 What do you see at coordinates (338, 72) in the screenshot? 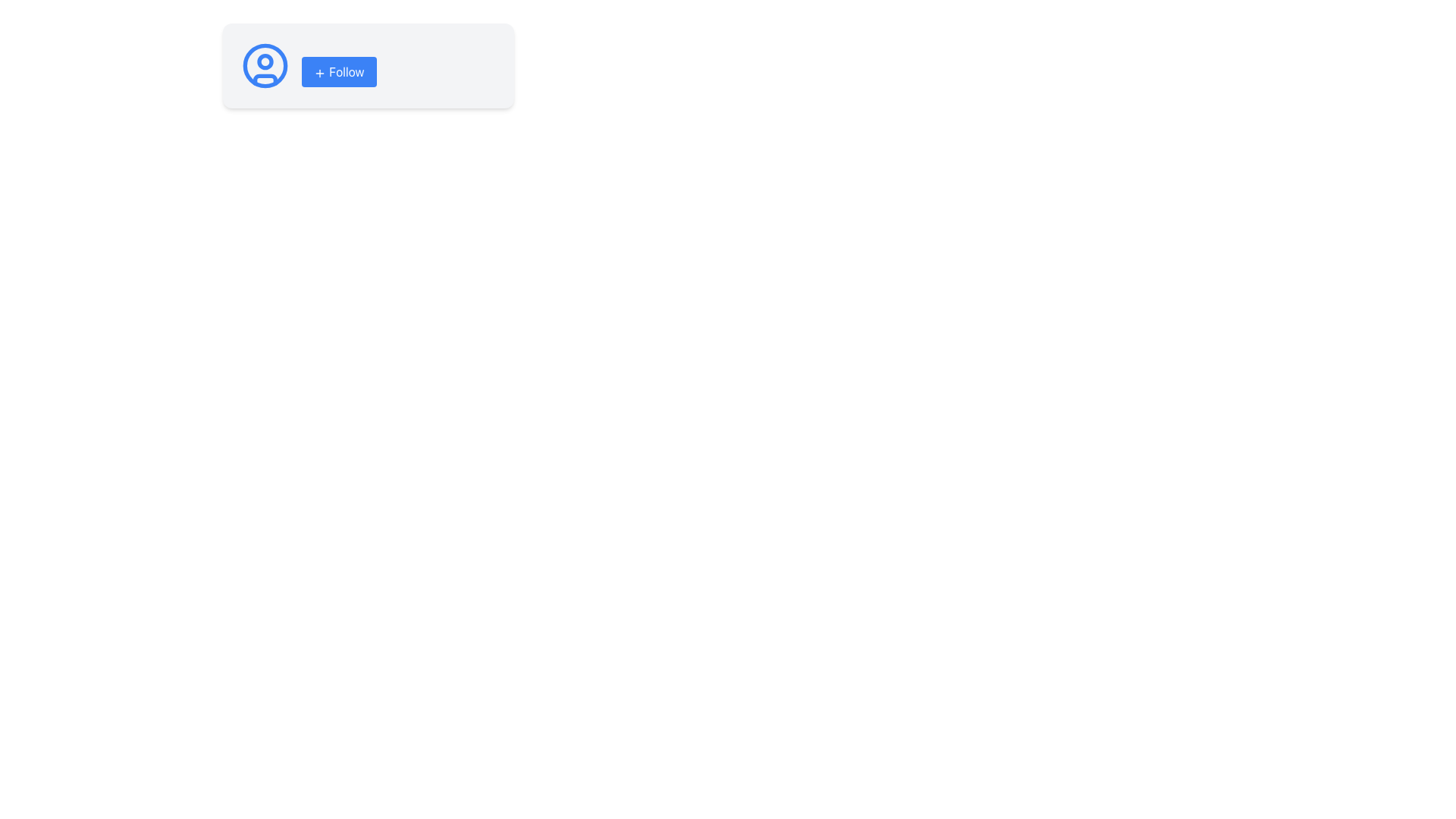
I see `the follow button located near the top-center of the panel, just to the right of the user profile icon` at bounding box center [338, 72].